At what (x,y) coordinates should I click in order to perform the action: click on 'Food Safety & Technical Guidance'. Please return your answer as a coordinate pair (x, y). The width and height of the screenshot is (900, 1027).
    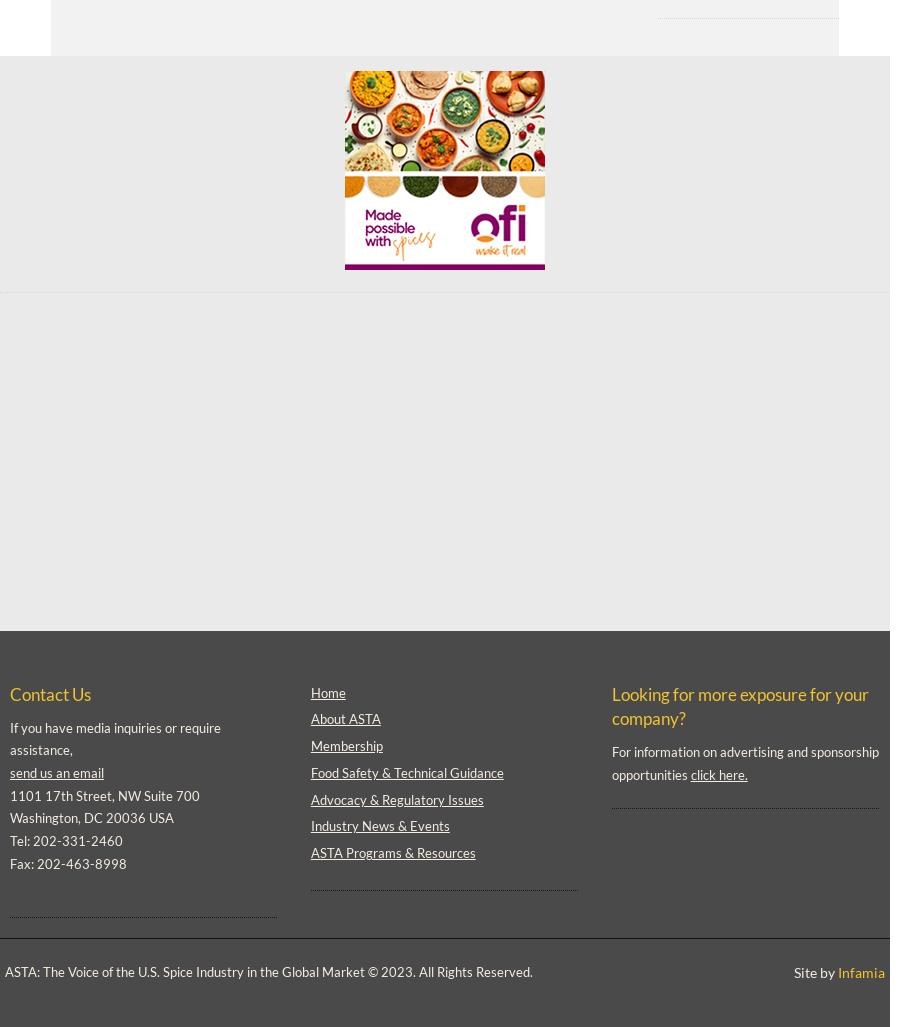
    Looking at the image, I should click on (406, 771).